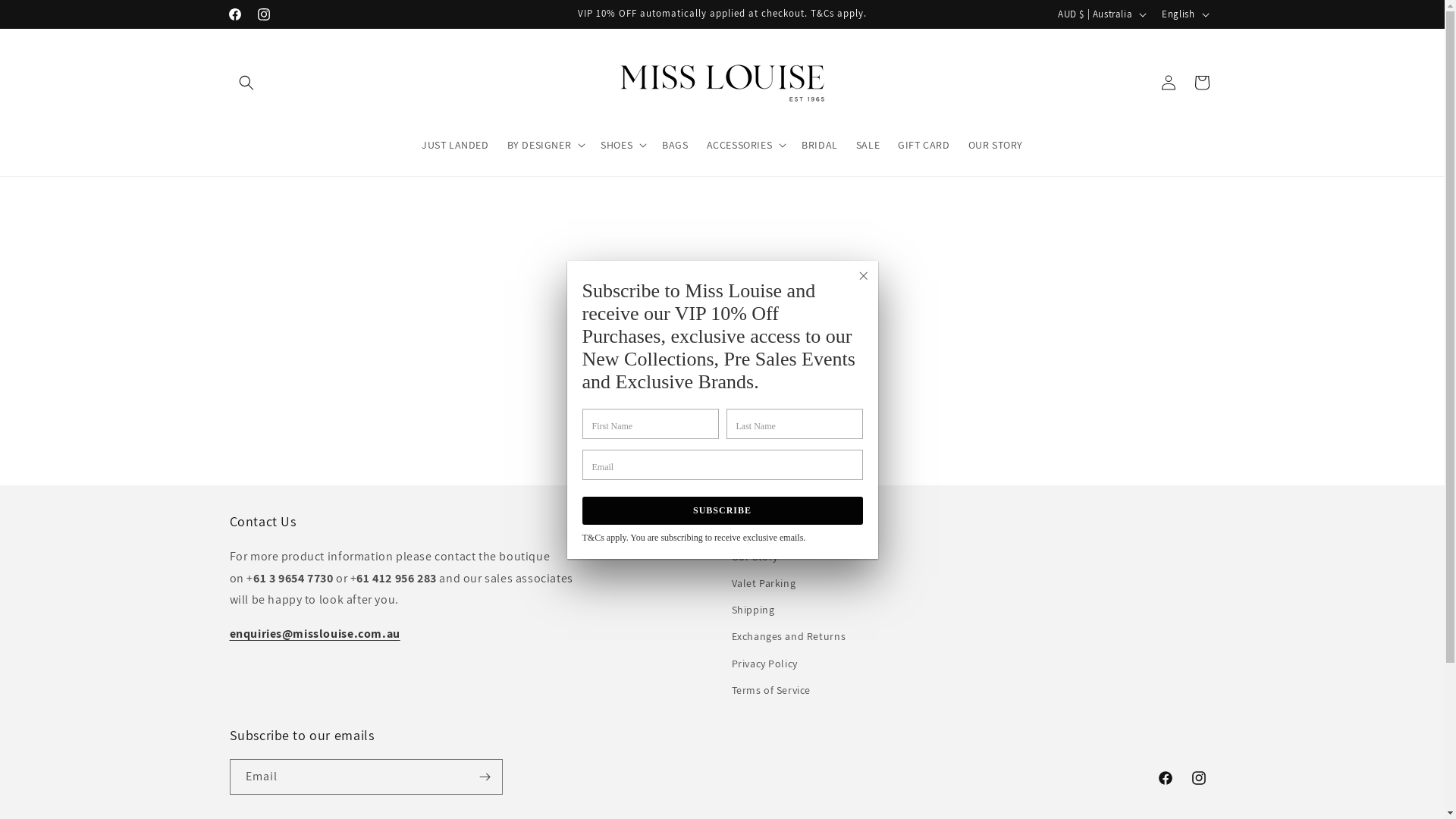 Image resolution: width=1456 pixels, height=819 pixels. What do you see at coordinates (996, 145) in the screenshot?
I see `'OUR STORY'` at bounding box center [996, 145].